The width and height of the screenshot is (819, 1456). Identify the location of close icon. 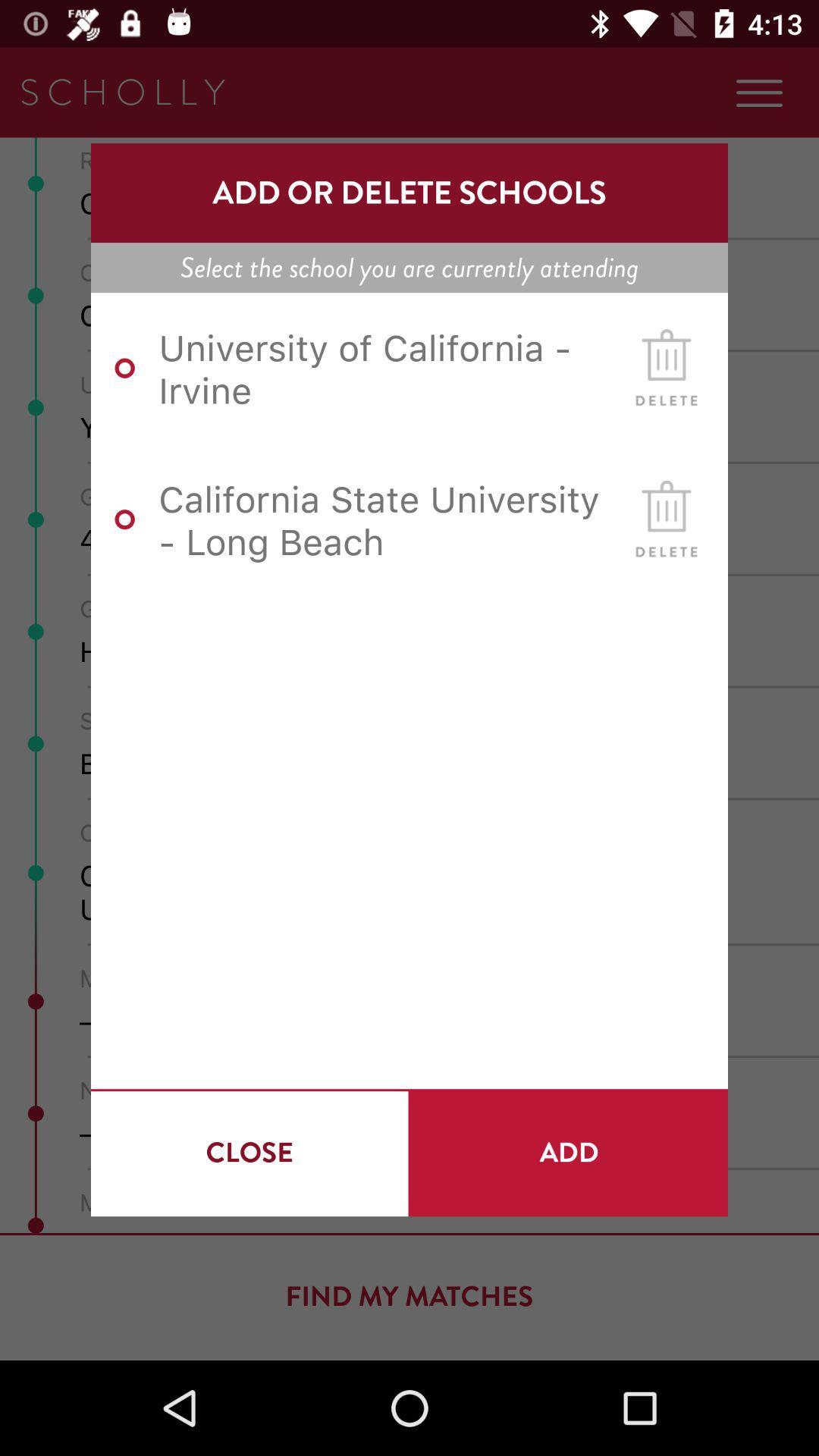
(249, 1153).